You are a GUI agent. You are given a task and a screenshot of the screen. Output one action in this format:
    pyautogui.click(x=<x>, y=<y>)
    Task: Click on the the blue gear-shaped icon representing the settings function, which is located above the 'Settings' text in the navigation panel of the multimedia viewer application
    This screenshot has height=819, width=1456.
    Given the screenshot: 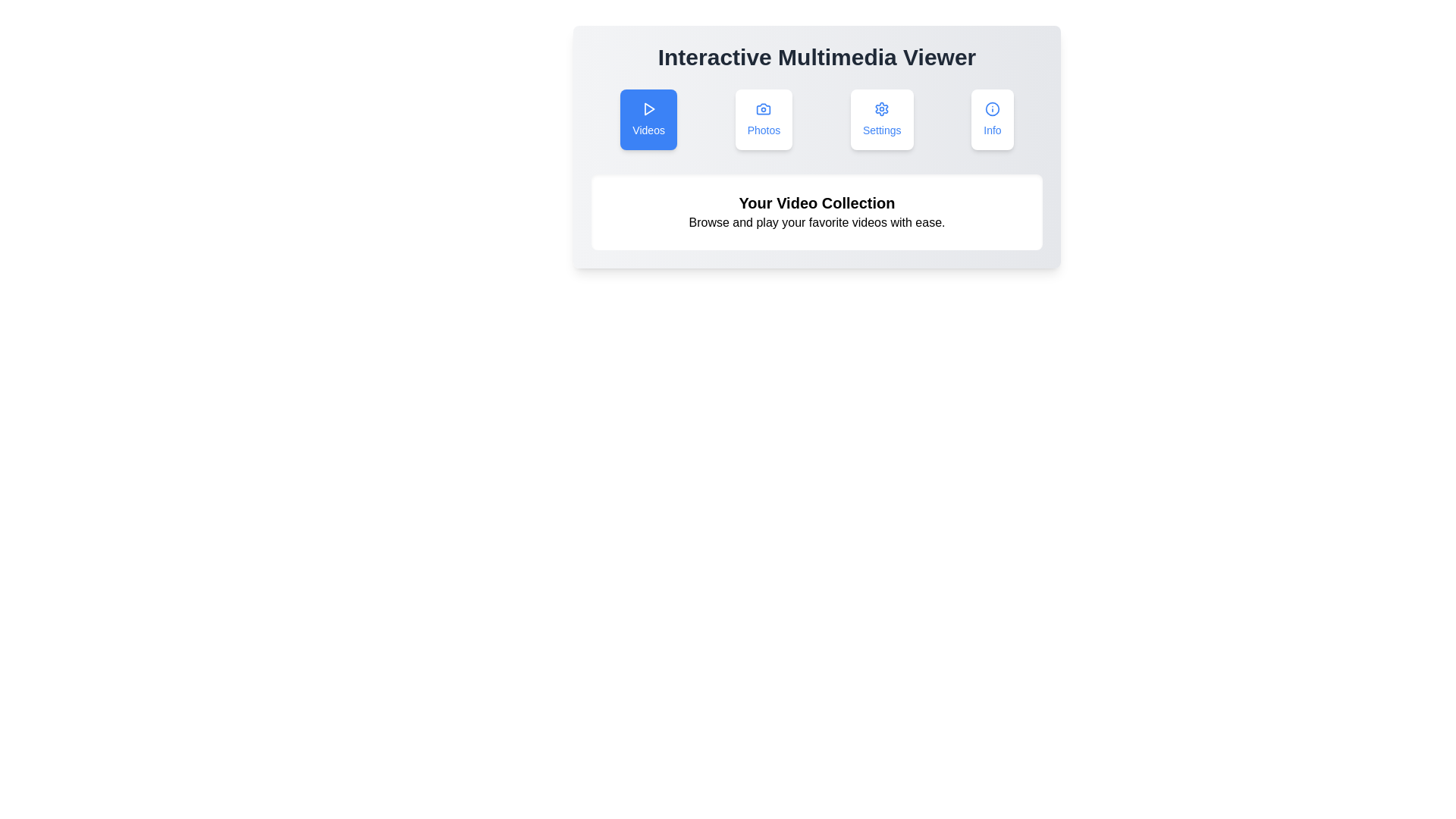 What is the action you would take?
    pyautogui.click(x=882, y=108)
    